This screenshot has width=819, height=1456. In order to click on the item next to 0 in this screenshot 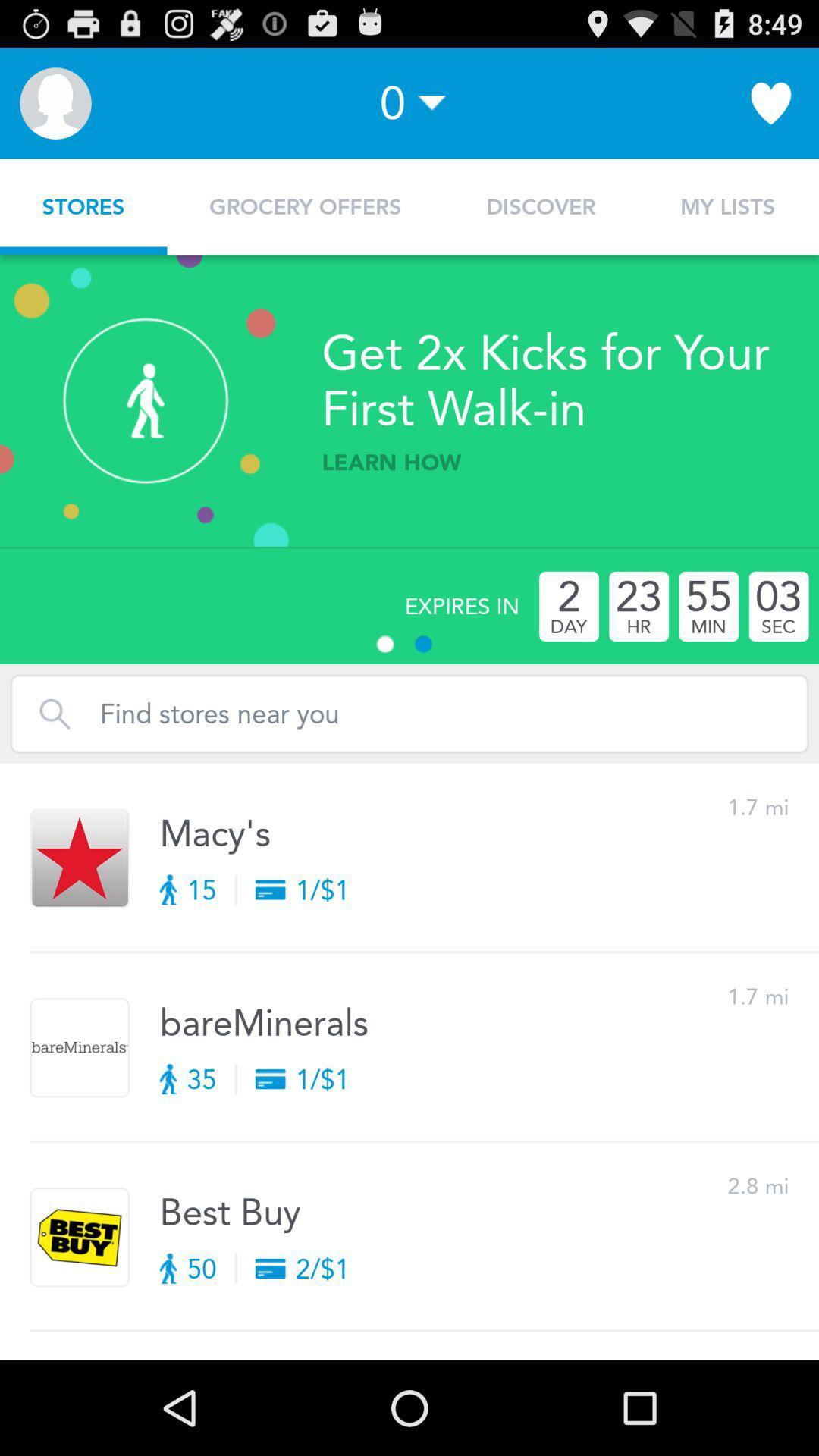, I will do `click(55, 102)`.